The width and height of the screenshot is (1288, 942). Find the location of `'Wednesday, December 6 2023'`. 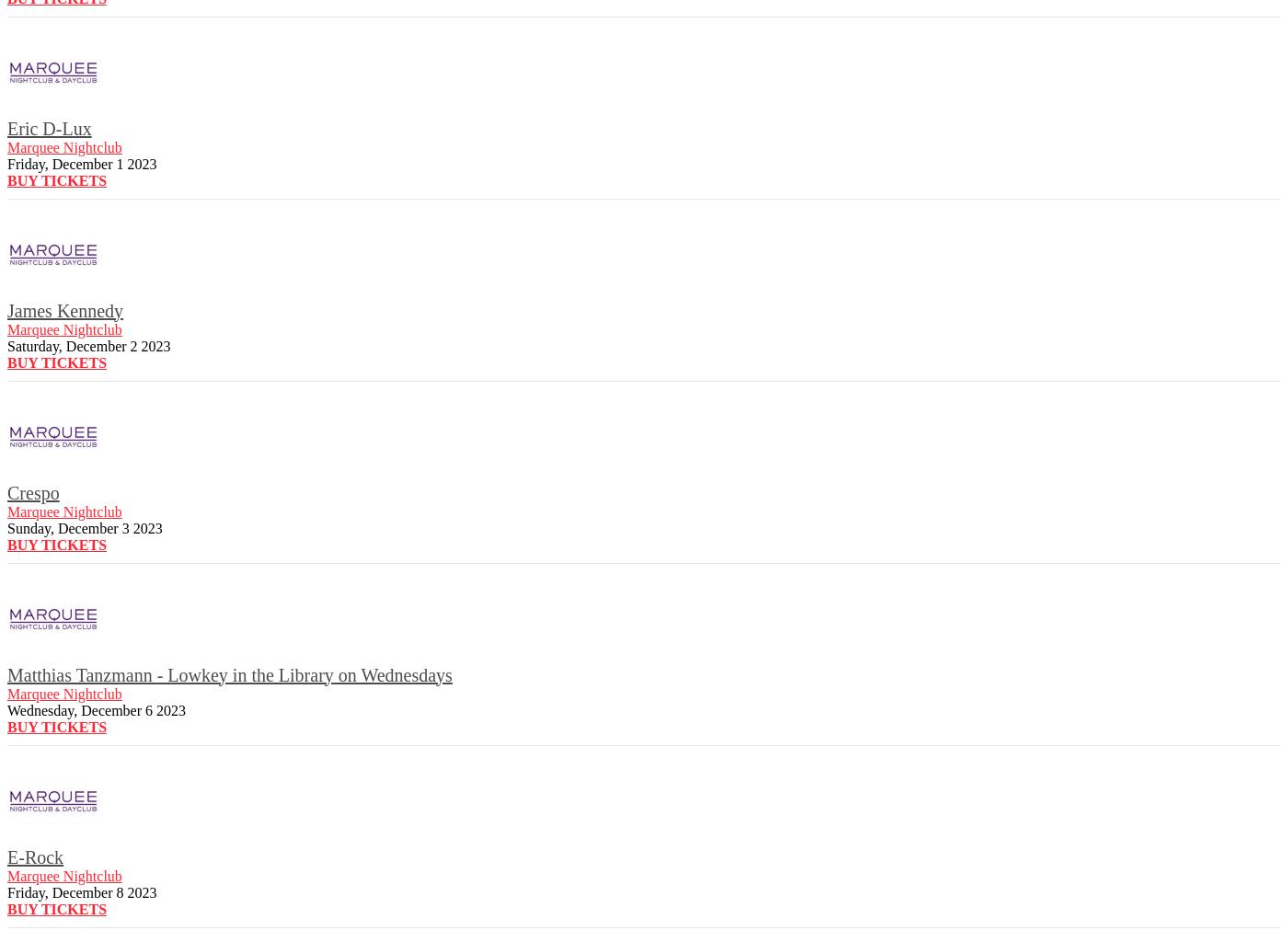

'Wednesday, December 6 2023' is located at coordinates (6, 709).